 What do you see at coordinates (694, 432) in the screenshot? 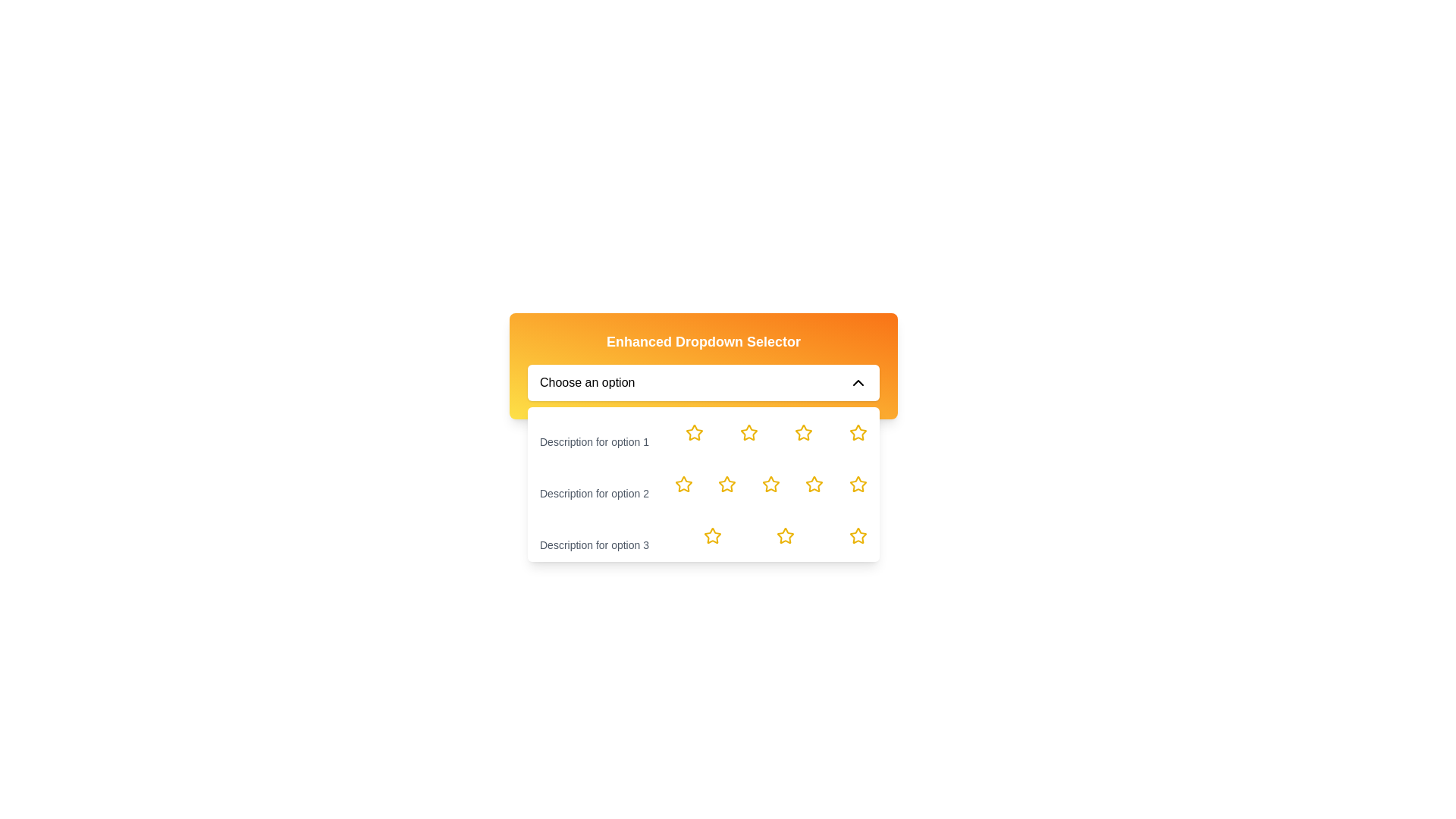
I see `the first yellow-colored star icon in the row labeled 'Description for option 1'` at bounding box center [694, 432].